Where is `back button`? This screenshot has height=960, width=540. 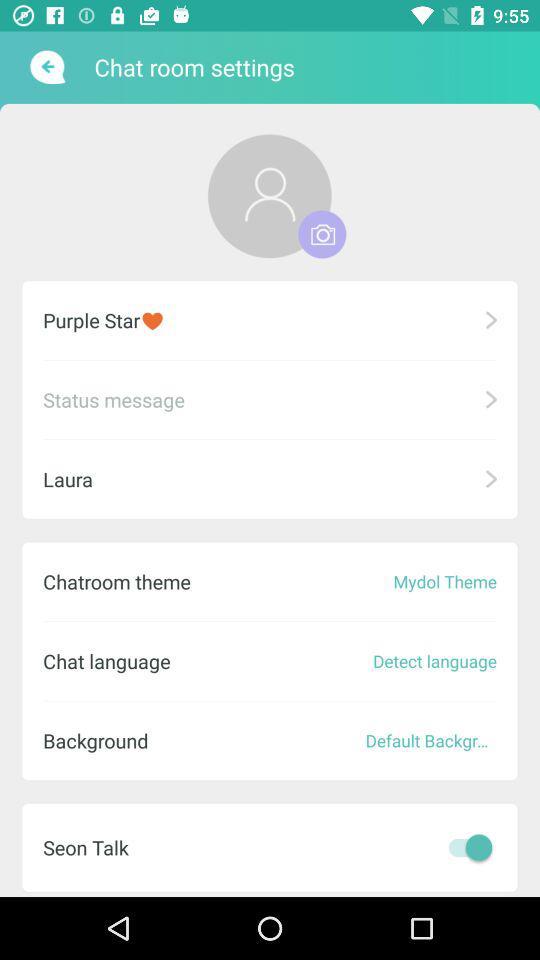 back button is located at coordinates (45, 67).